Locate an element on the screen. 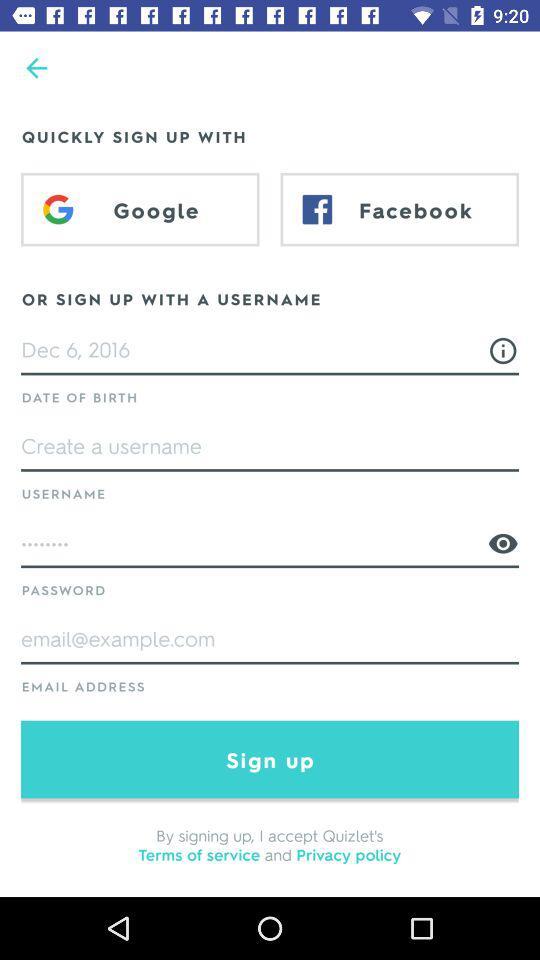 Image resolution: width=540 pixels, height=960 pixels. the icon to the left of the facebook icon is located at coordinates (139, 209).